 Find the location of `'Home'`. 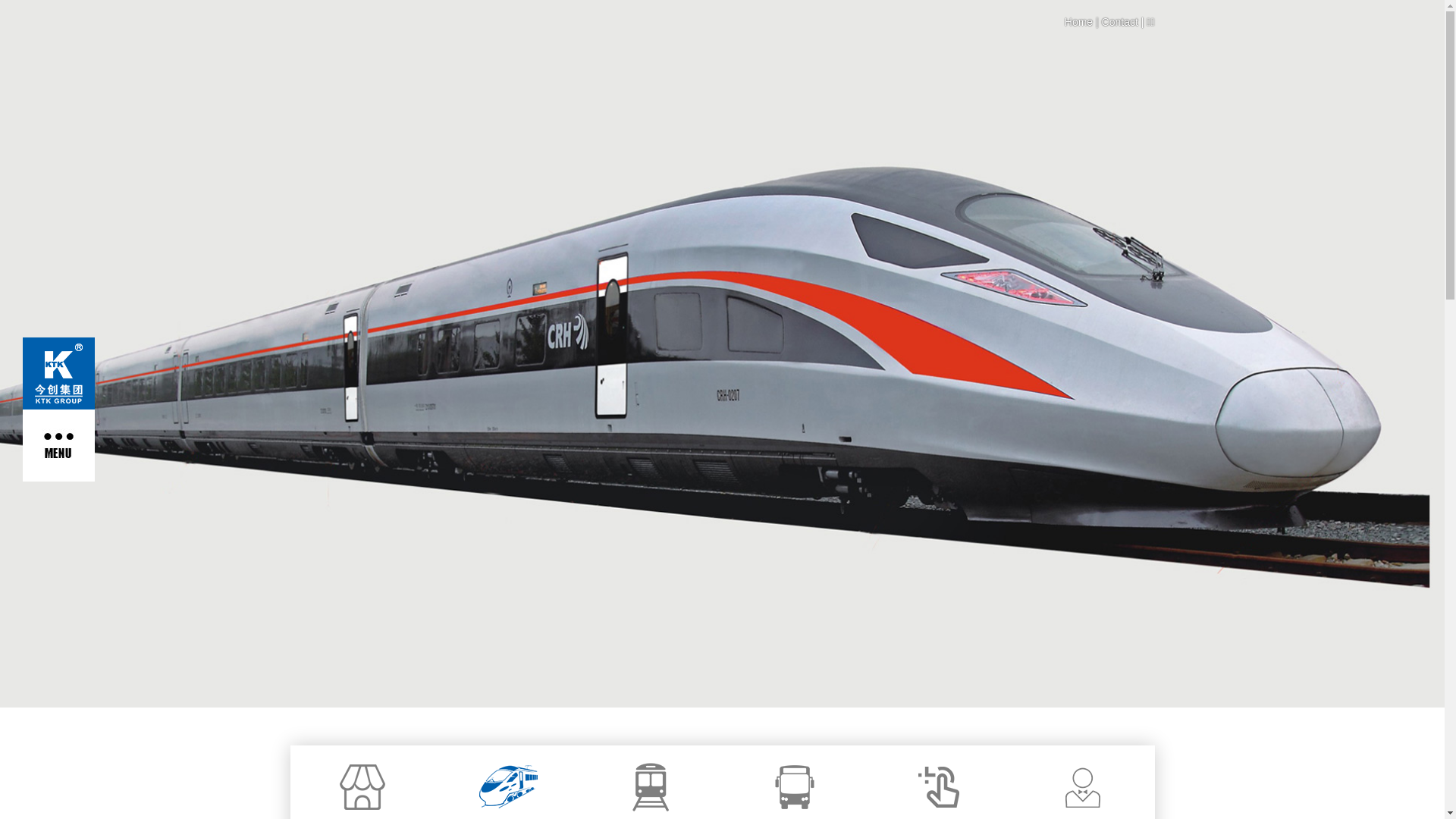

'Home' is located at coordinates (1078, 22).